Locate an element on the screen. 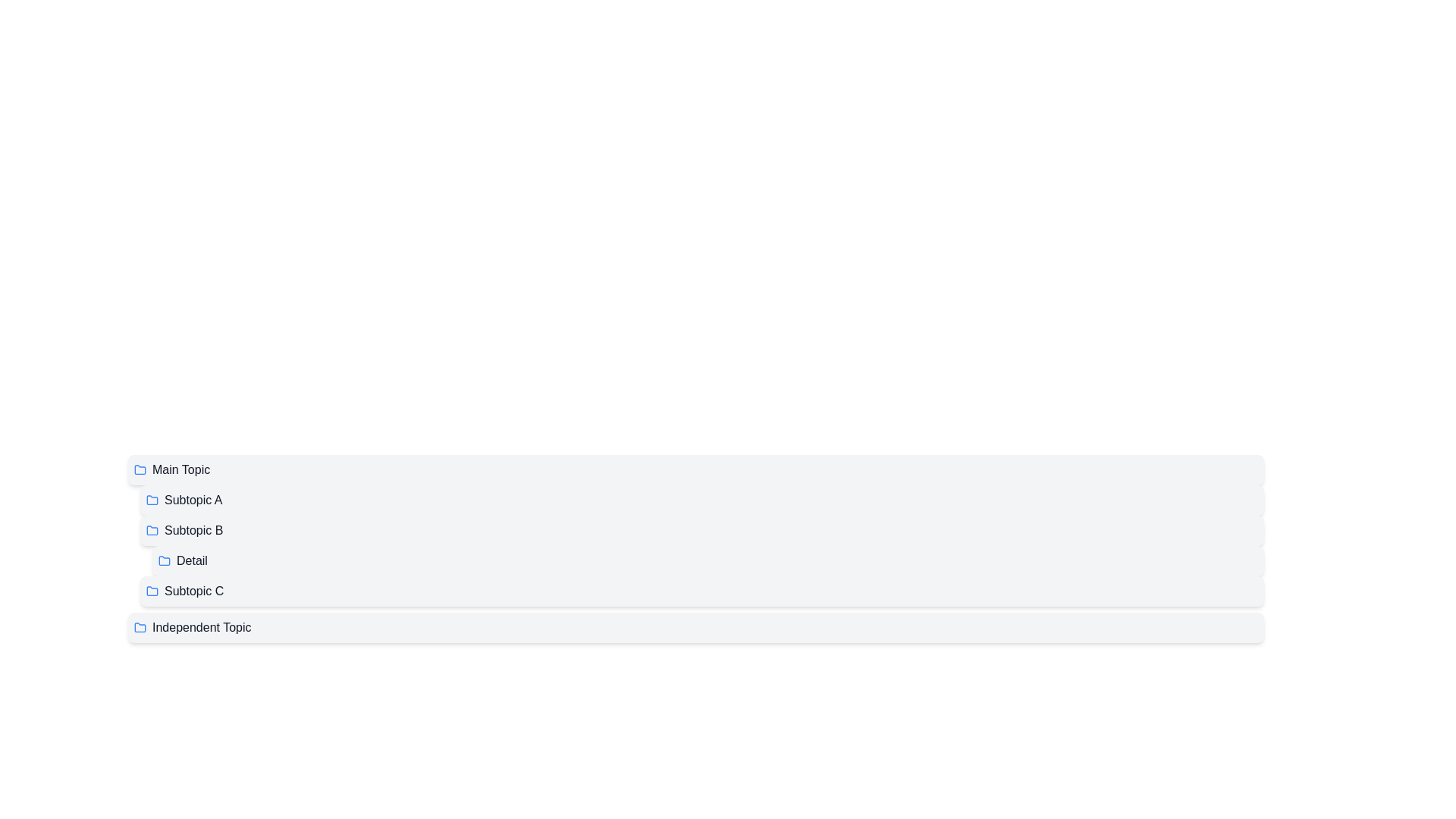 This screenshot has height=819, width=1456. the last selectable list item labeled 'Independent Topic' is located at coordinates (695, 628).